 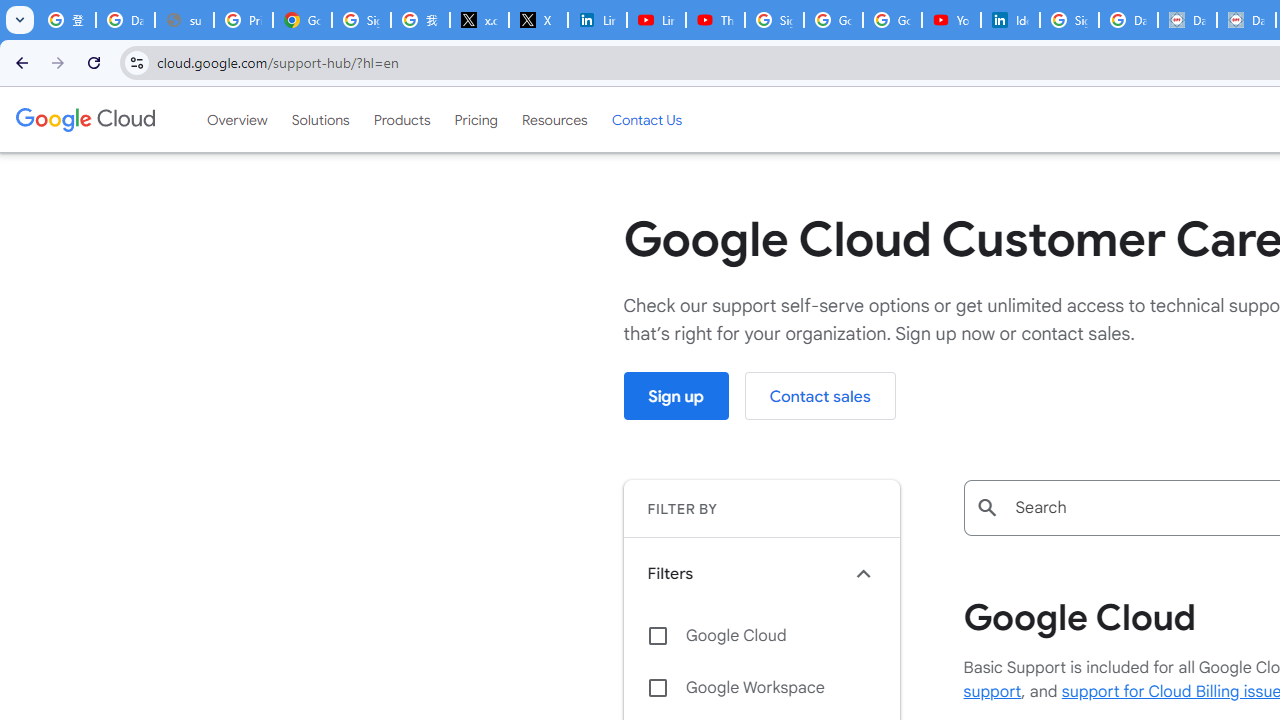 I want to click on 'X', so click(x=538, y=20).